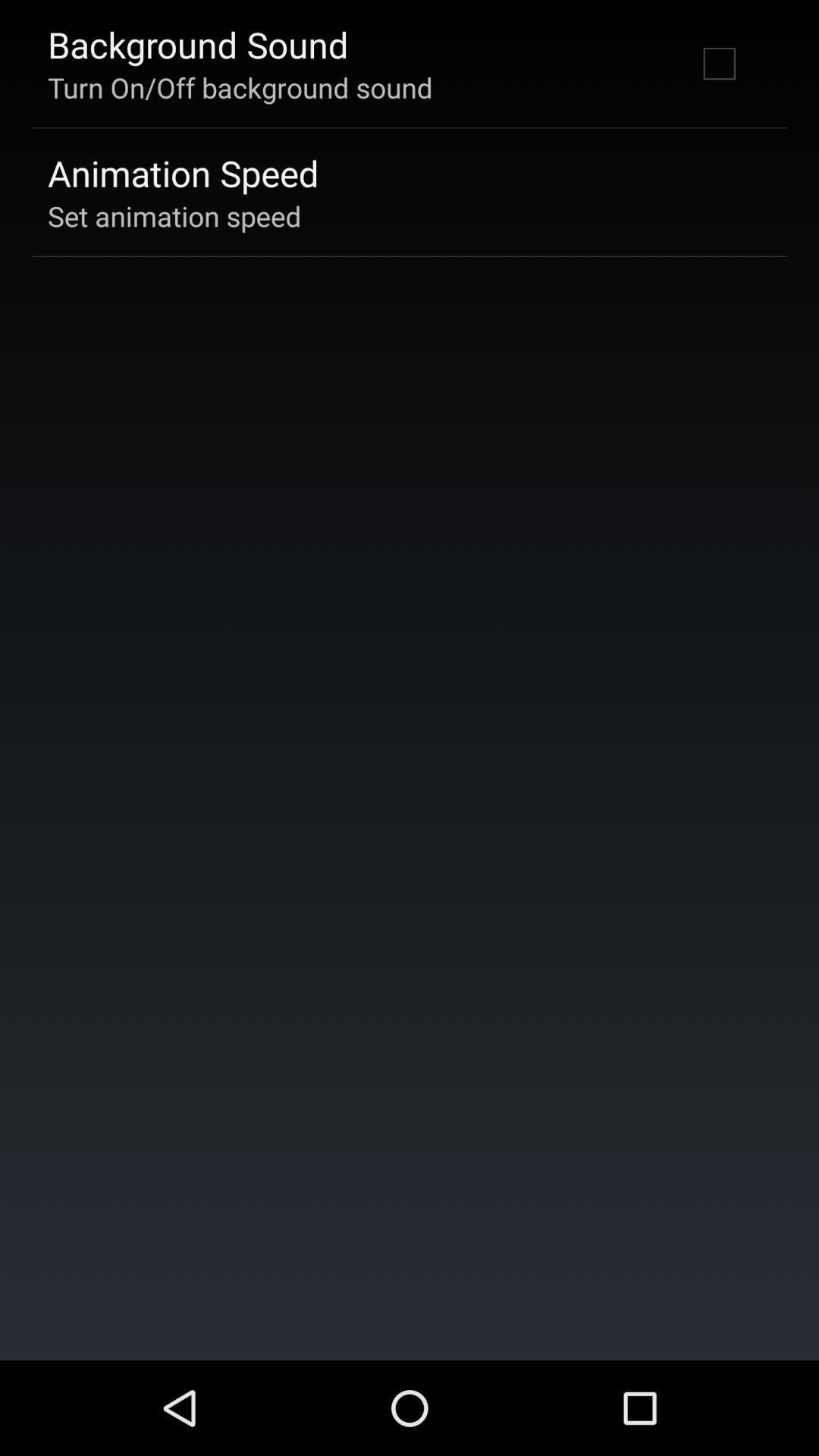  Describe the element at coordinates (718, 62) in the screenshot. I see `the icon to the right of turn on off icon` at that location.